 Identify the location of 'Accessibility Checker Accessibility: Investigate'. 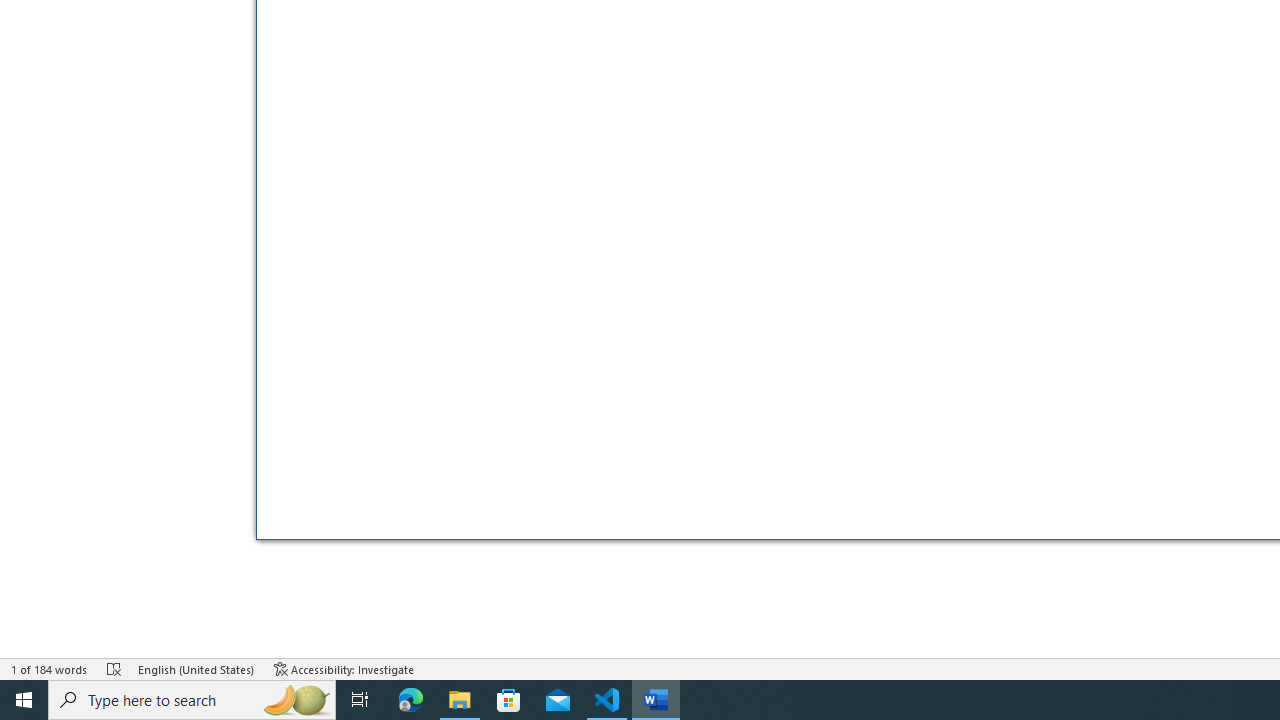
(344, 669).